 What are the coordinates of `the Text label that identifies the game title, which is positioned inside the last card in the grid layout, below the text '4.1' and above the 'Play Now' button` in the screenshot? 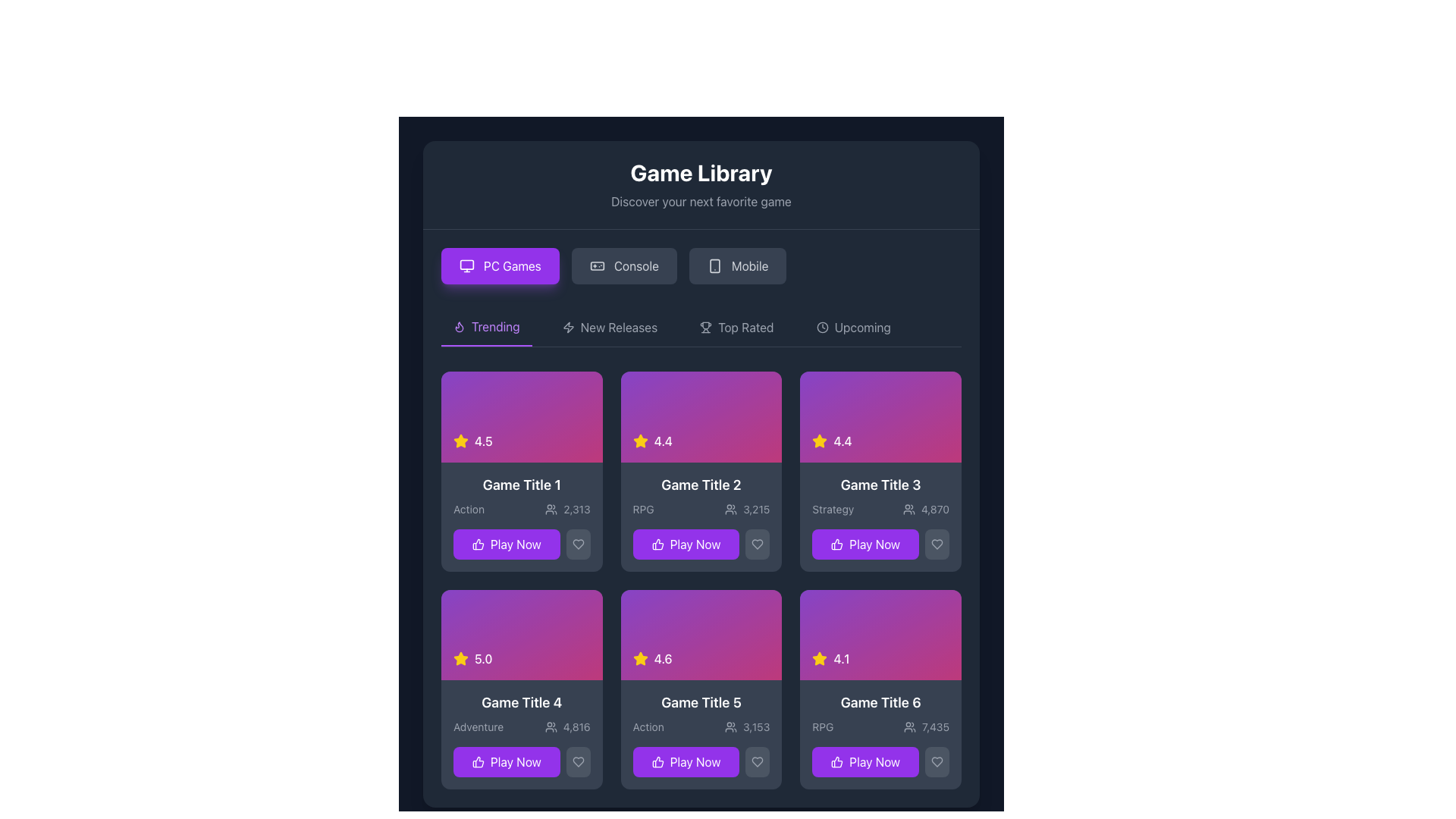 It's located at (880, 703).